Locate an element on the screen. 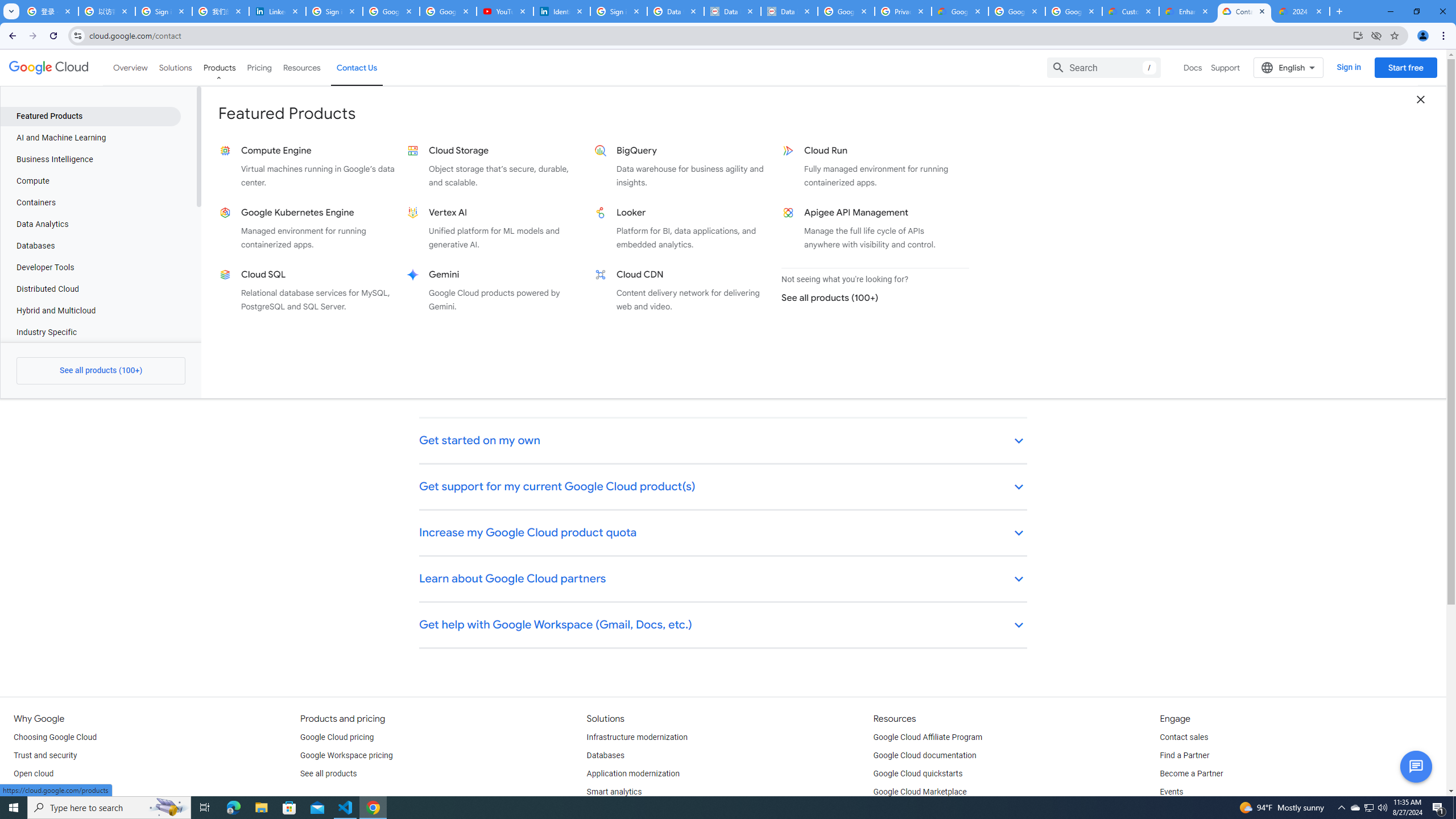  'Data Privacy Framework' is located at coordinates (788, 11).